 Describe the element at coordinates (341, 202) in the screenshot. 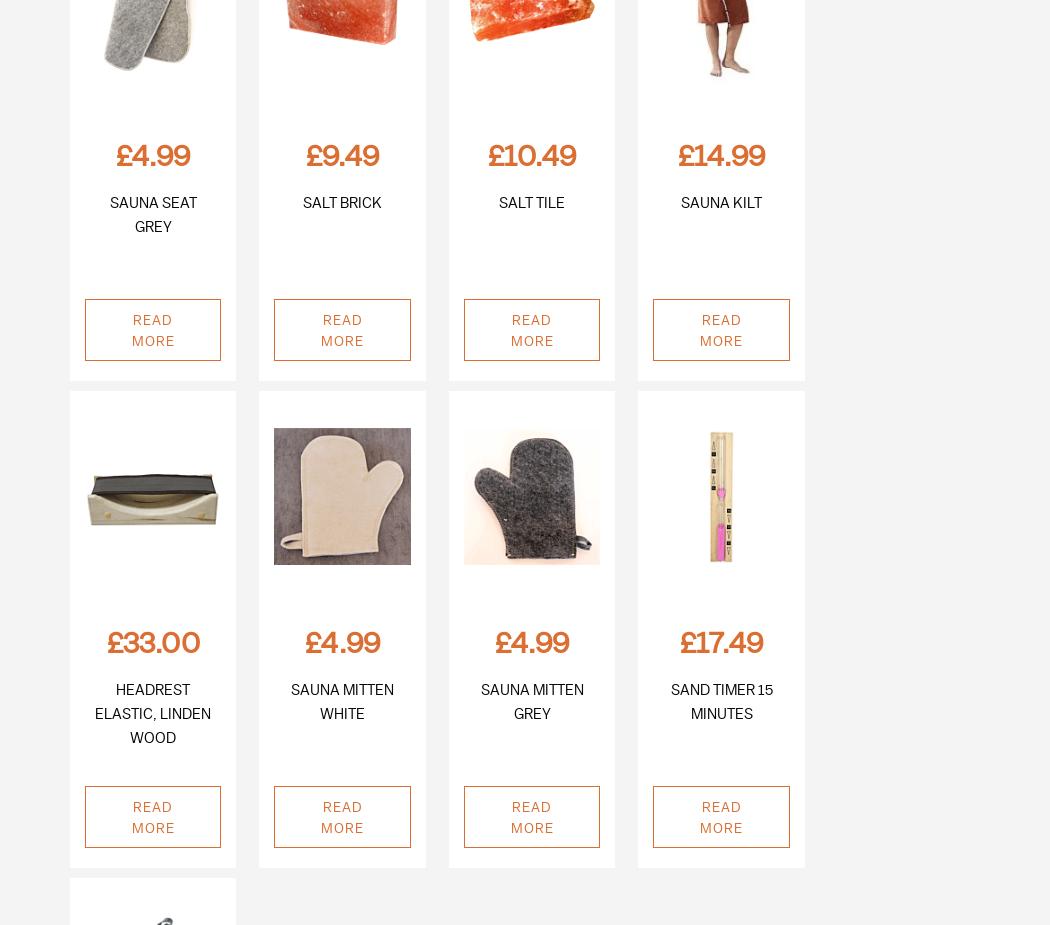

I see `'Salt Brick'` at that location.